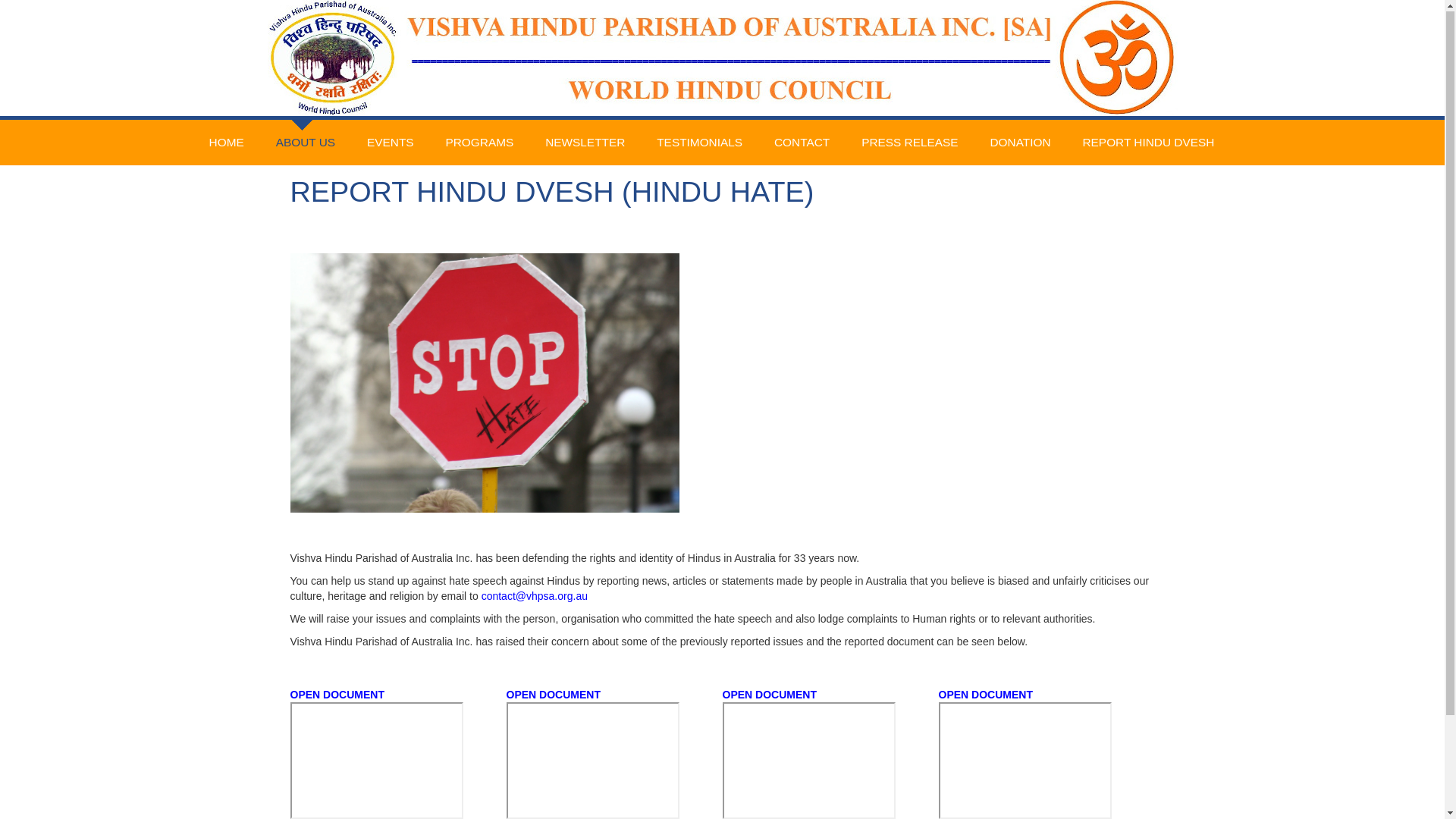 Image resolution: width=1456 pixels, height=819 pixels. Describe the element at coordinates (584, 143) in the screenshot. I see `'NEWSLETTER'` at that location.